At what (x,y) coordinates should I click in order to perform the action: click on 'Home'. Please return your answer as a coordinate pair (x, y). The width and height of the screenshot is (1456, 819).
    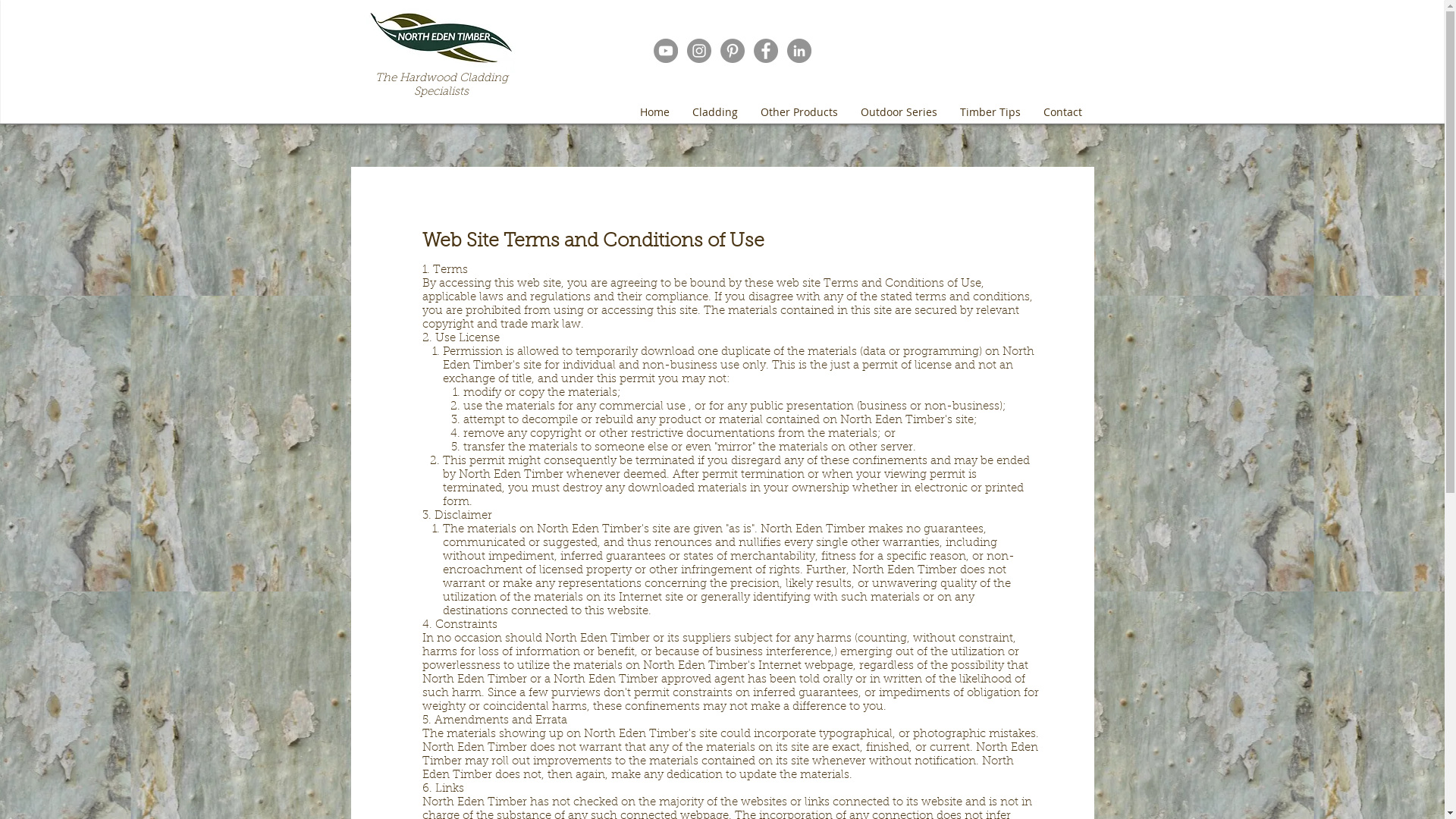
    Looking at the image, I should click on (654, 111).